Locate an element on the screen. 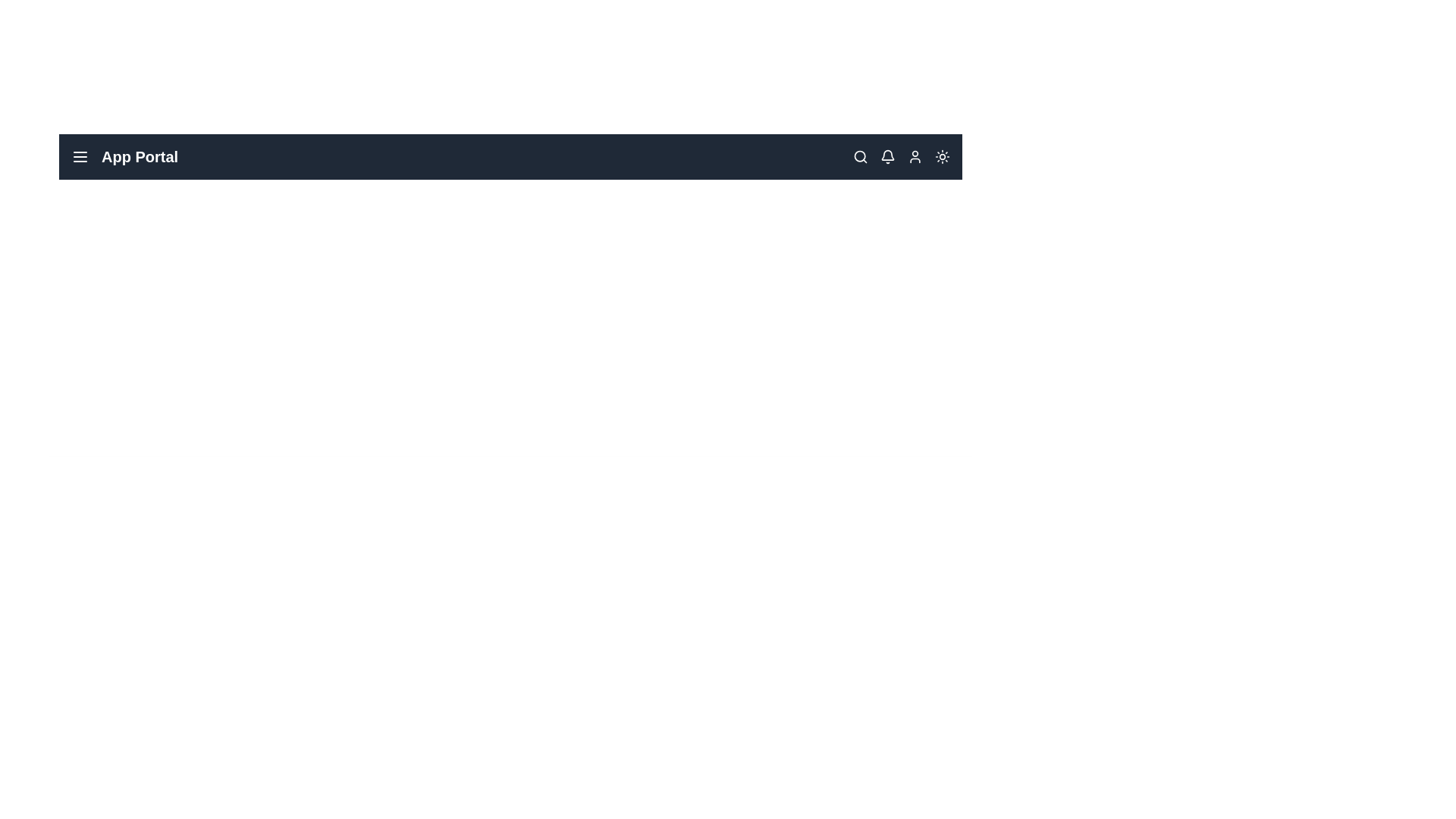  the sun/moon icon to toggle between dark and light mode is located at coordinates (942, 157).